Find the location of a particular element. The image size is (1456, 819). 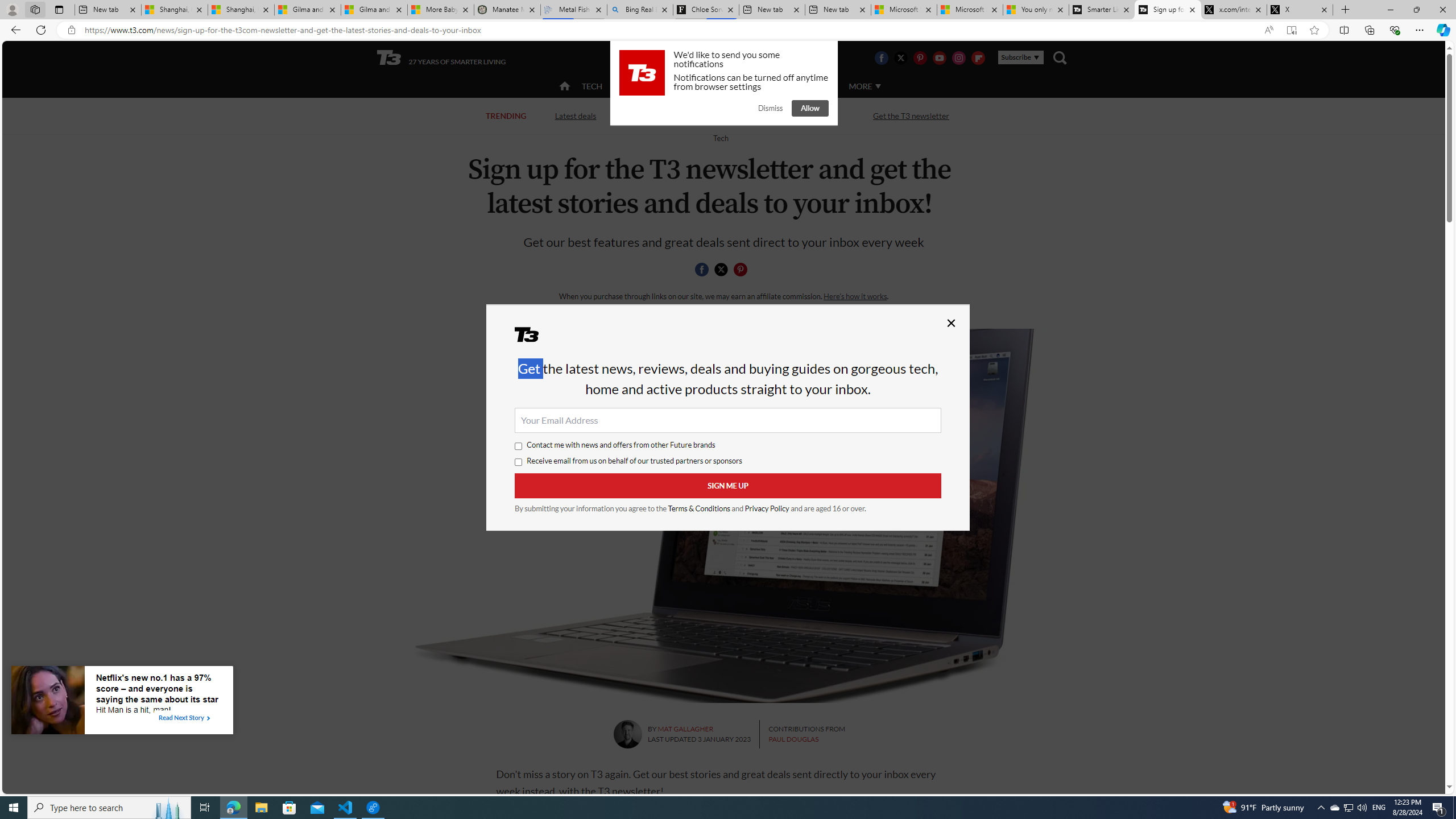

'LUXURY' is located at coordinates (765, 85).